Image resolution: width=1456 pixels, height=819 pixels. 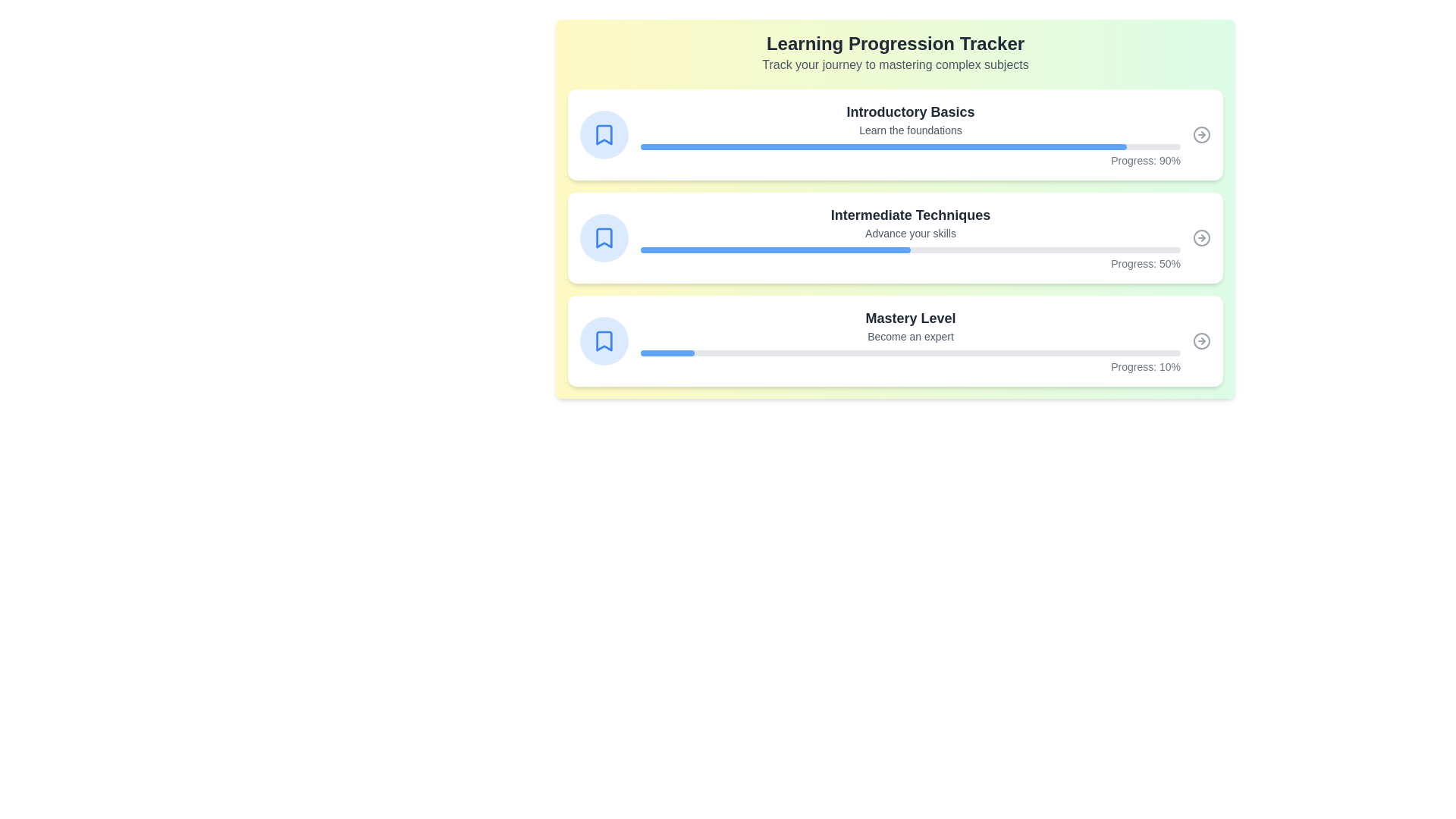 I want to click on the 'Introductory Basics' text label, which serves as the title for the introductory section in the learning progression tracker, so click(x=910, y=111).